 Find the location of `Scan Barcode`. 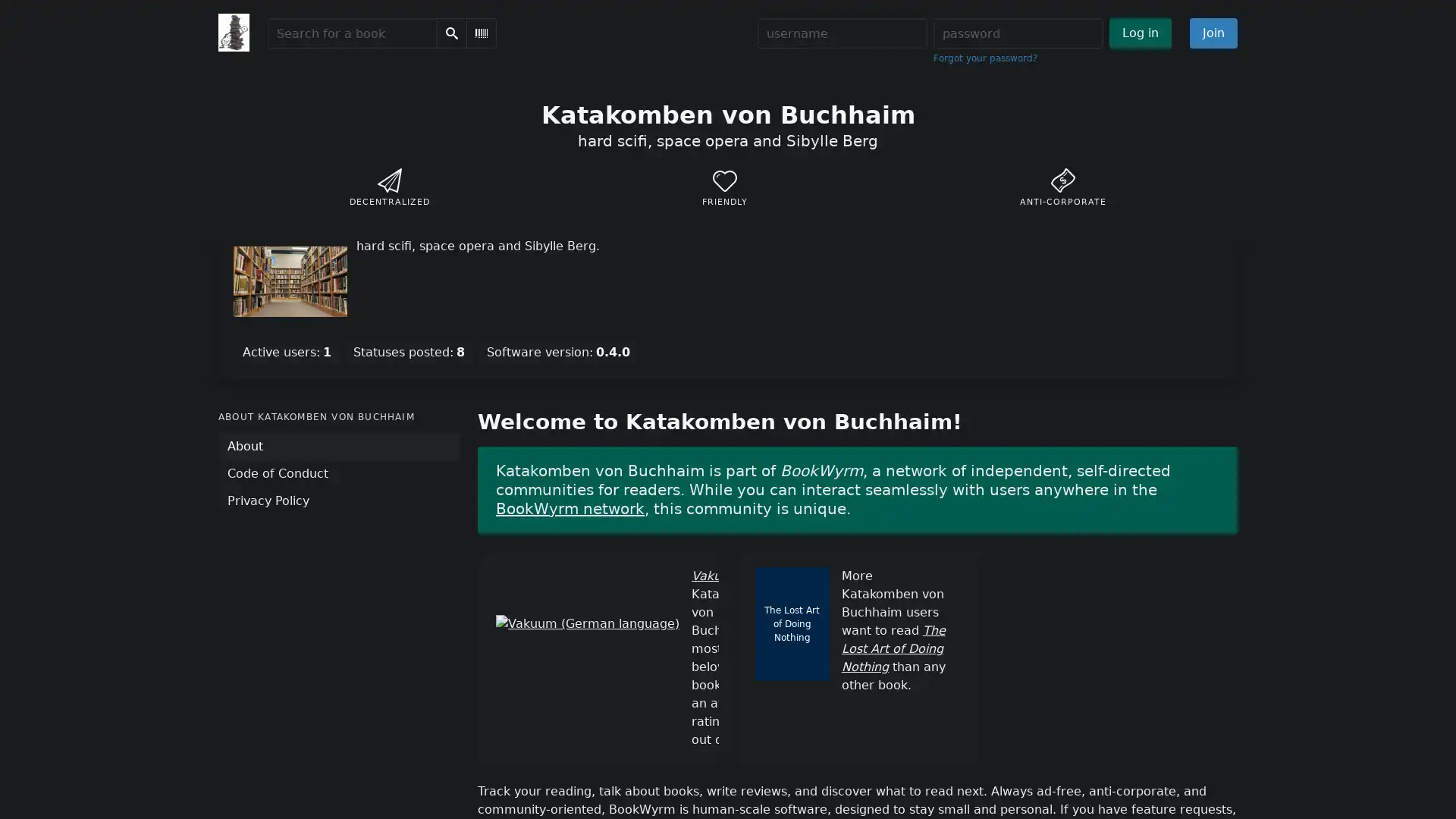

Scan Barcode is located at coordinates (479, 33).